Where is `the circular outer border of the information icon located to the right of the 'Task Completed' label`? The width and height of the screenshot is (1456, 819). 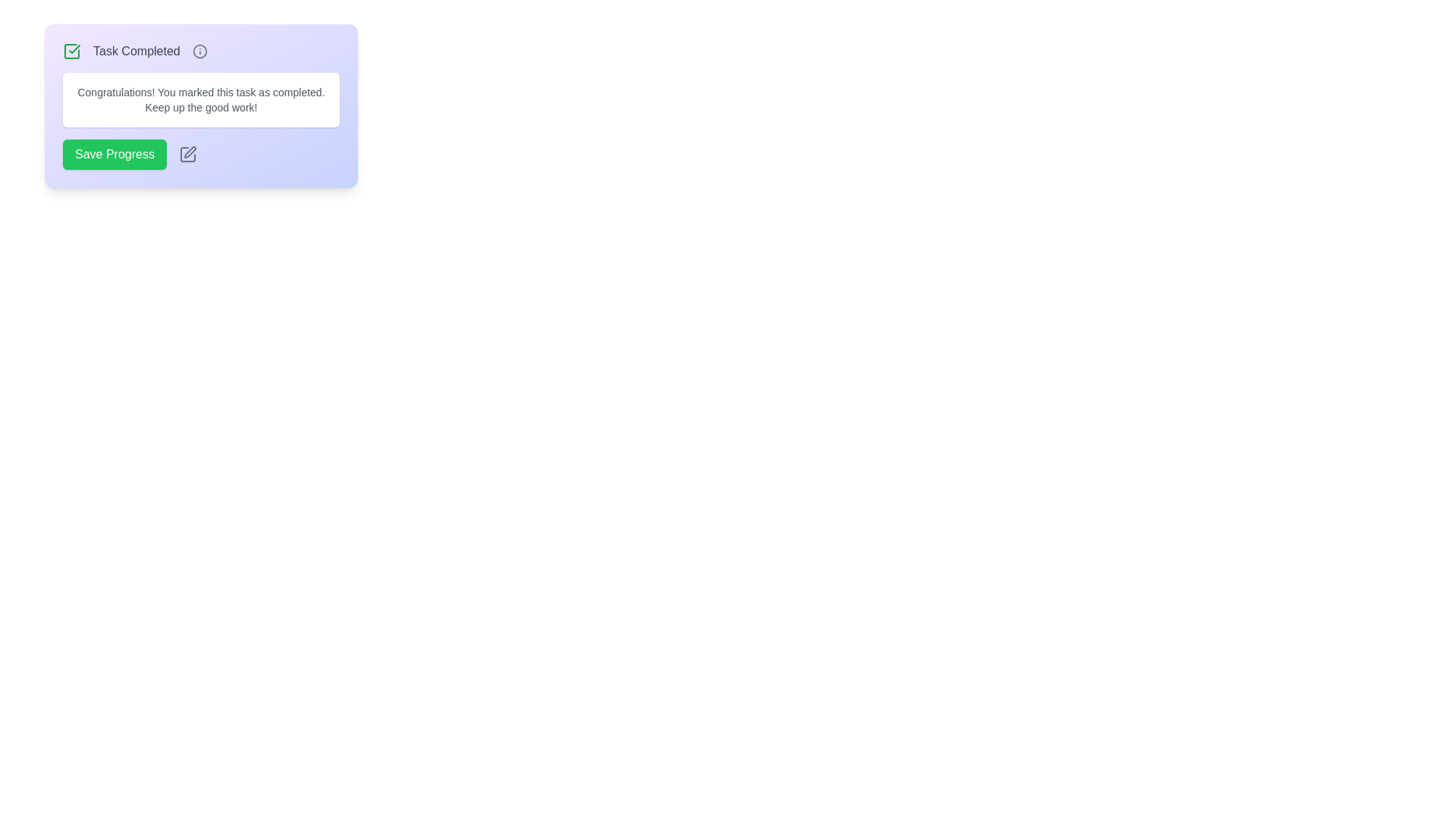 the circular outer border of the information icon located to the right of the 'Task Completed' label is located at coordinates (199, 51).